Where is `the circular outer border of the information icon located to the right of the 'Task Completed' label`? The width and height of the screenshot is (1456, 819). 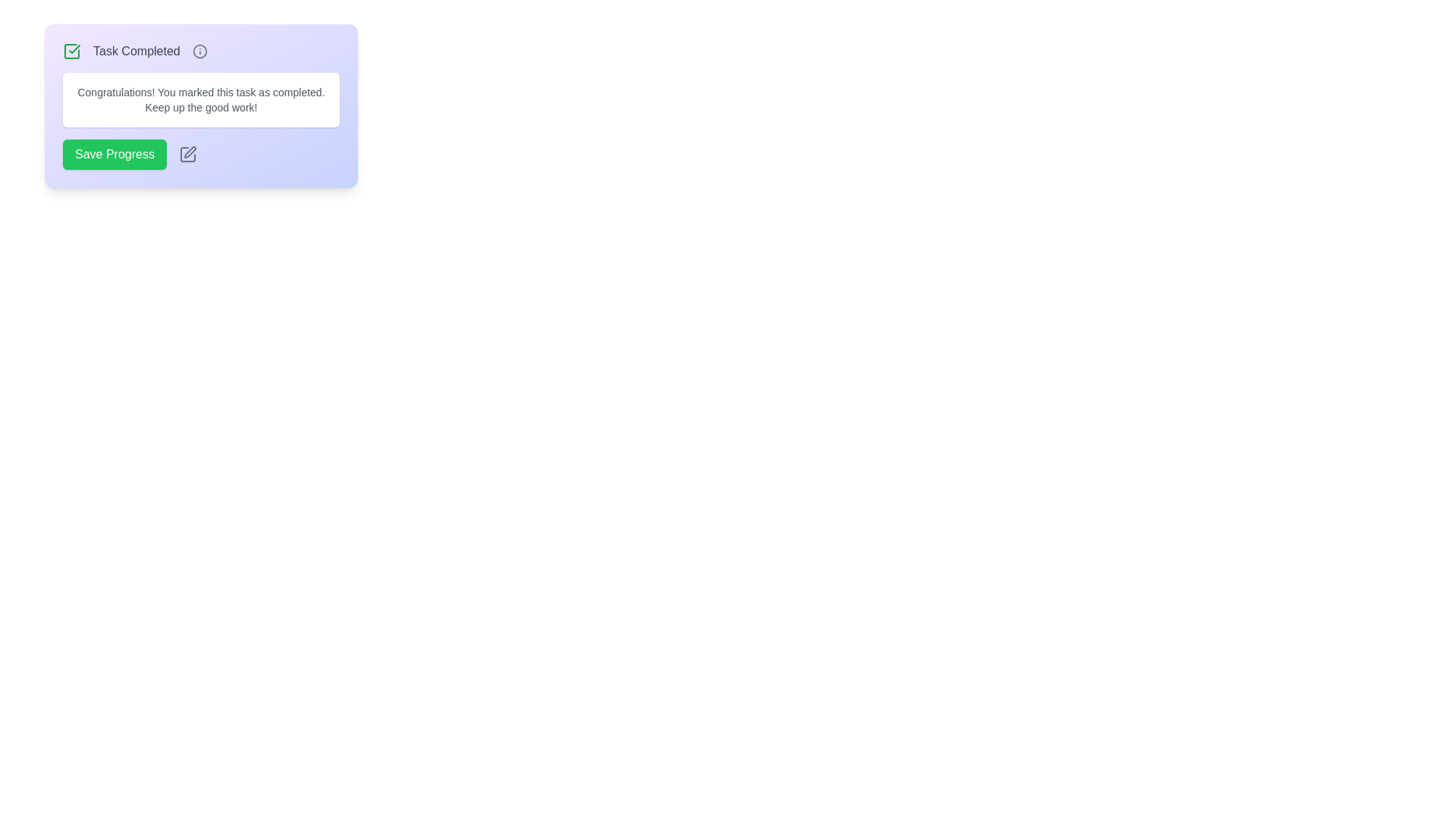 the circular outer border of the information icon located to the right of the 'Task Completed' label is located at coordinates (199, 51).